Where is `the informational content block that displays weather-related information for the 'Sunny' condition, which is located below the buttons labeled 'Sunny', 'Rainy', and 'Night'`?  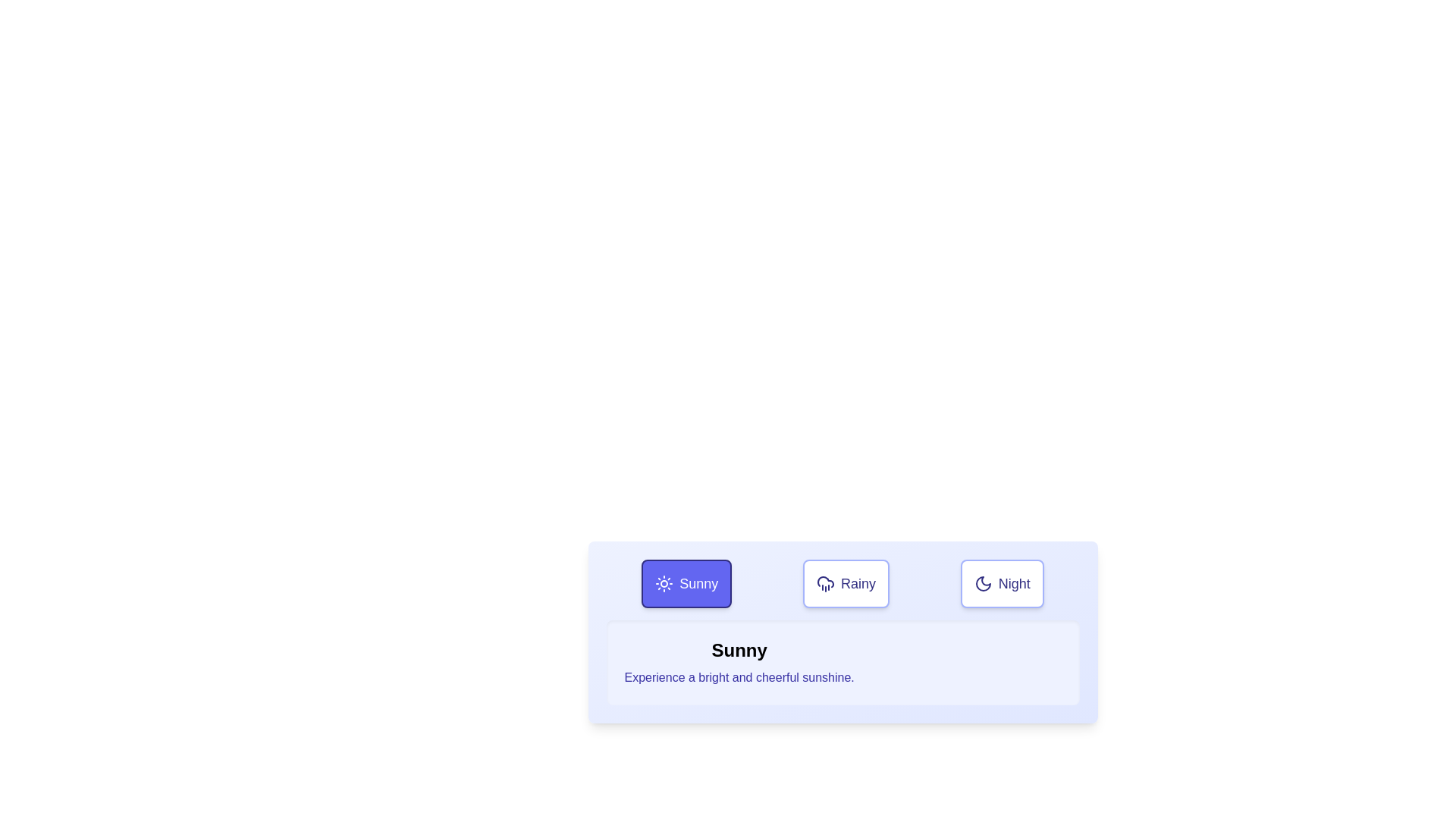 the informational content block that displays weather-related information for the 'Sunny' condition, which is located below the buttons labeled 'Sunny', 'Rainy', and 'Night' is located at coordinates (842, 662).